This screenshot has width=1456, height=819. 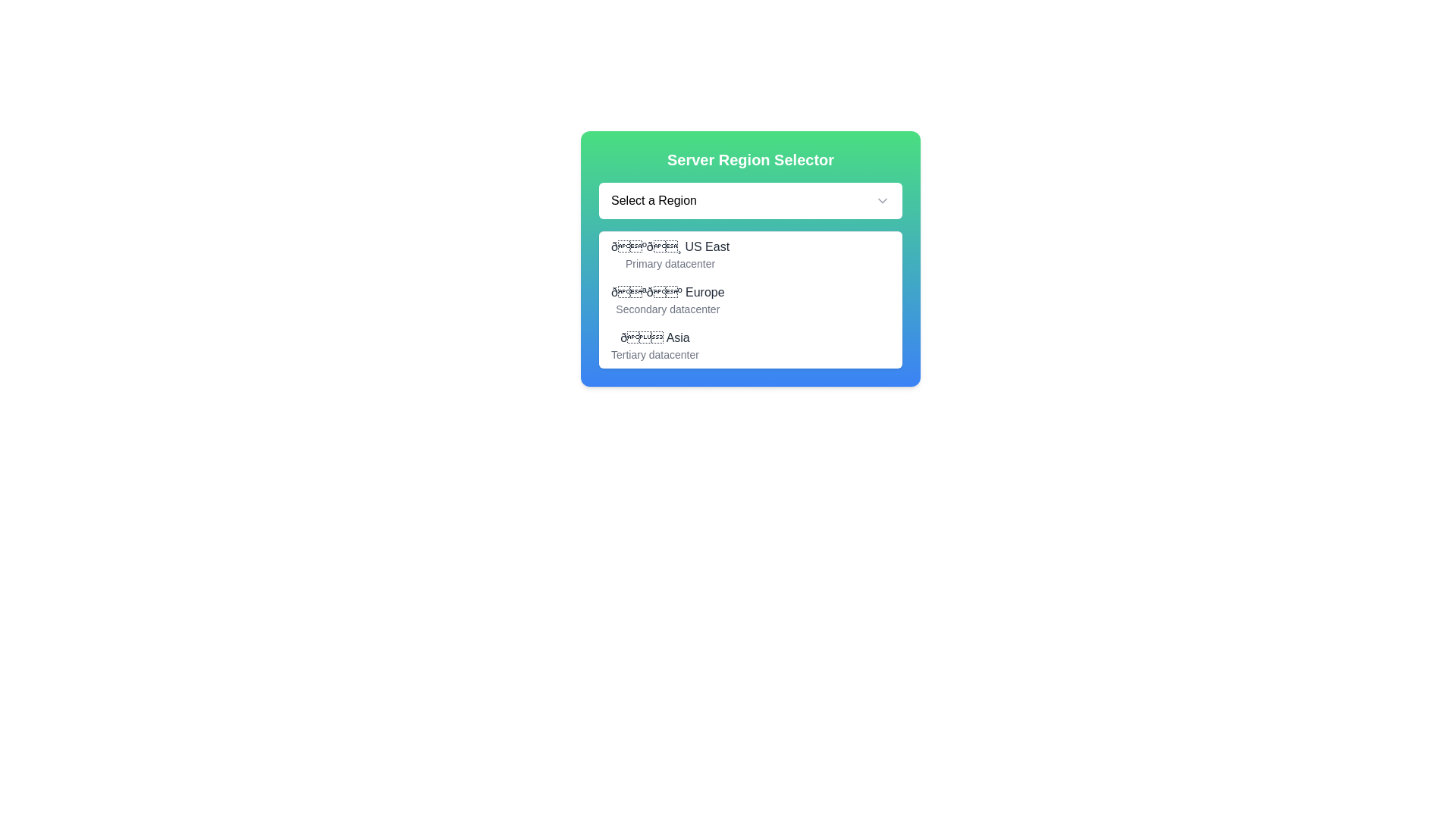 I want to click on the 'US East' server region option in the dropdown list, so click(x=750, y=253).